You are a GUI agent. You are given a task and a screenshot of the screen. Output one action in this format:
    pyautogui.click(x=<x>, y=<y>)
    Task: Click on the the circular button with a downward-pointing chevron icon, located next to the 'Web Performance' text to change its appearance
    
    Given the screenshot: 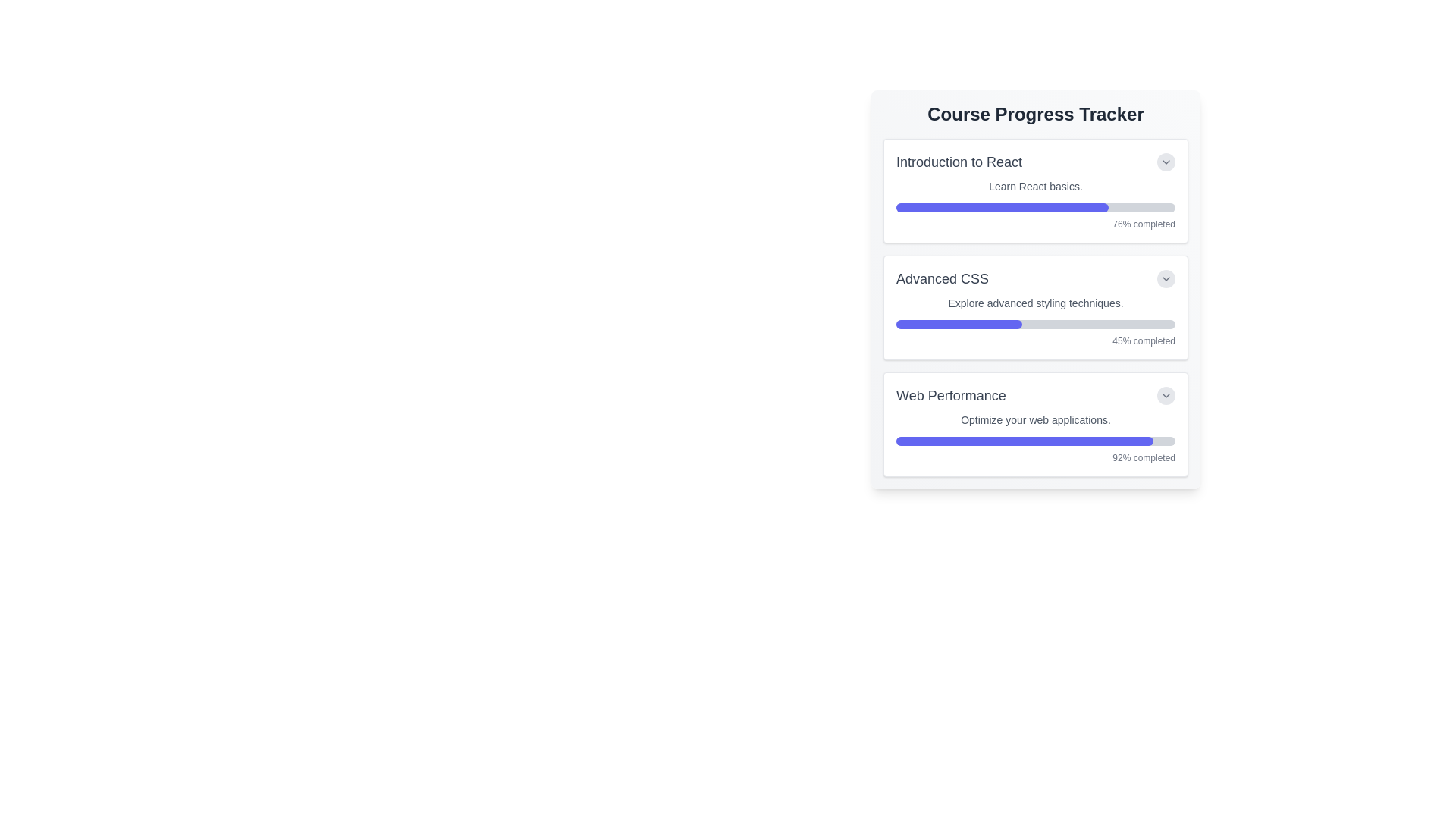 What is the action you would take?
    pyautogui.click(x=1165, y=394)
    